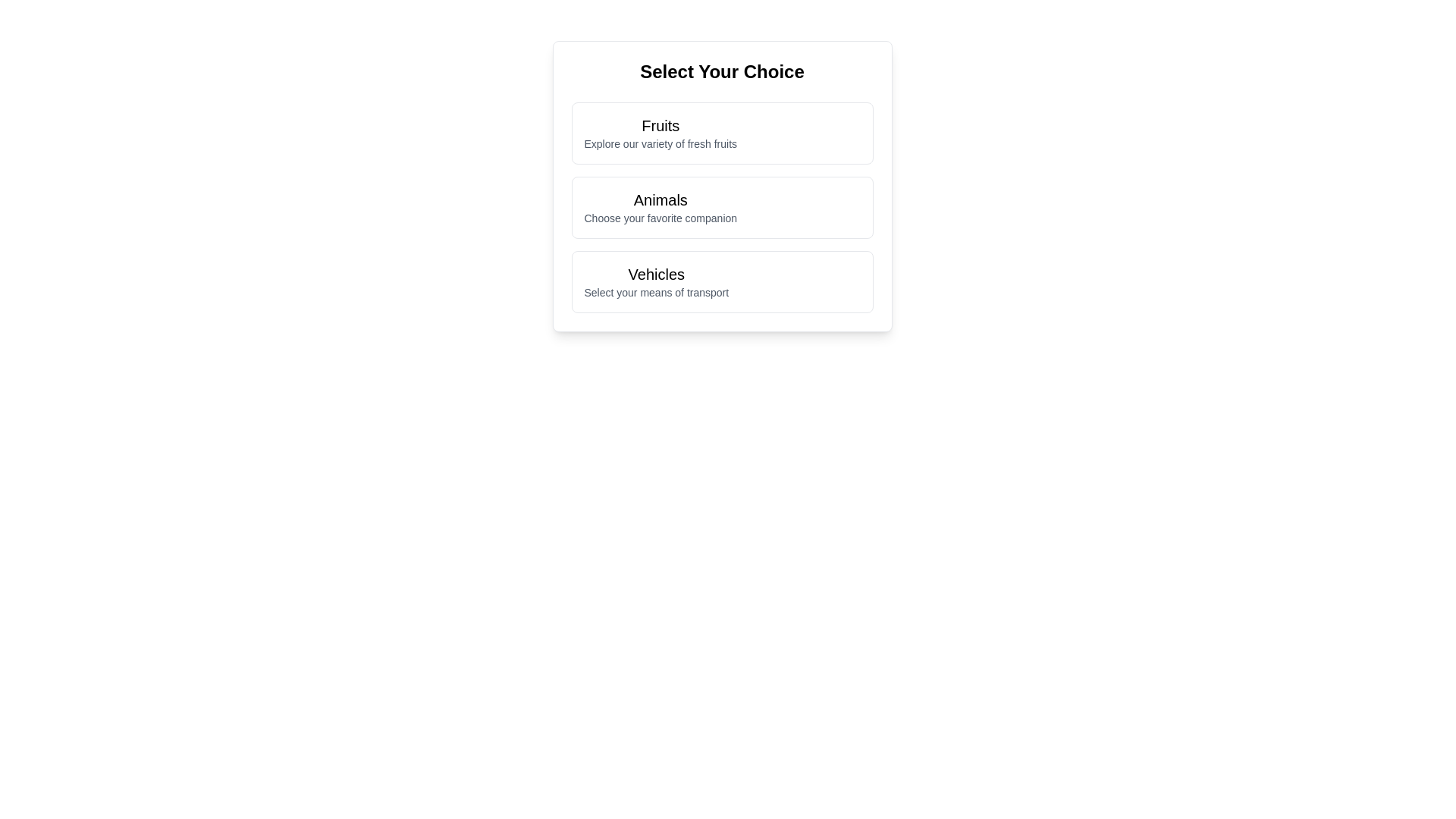 This screenshot has height=819, width=1456. Describe the element at coordinates (721, 207) in the screenshot. I see `the 'Animals' selectable card, which is the second card in a vertical list of three cards, for more details` at that location.